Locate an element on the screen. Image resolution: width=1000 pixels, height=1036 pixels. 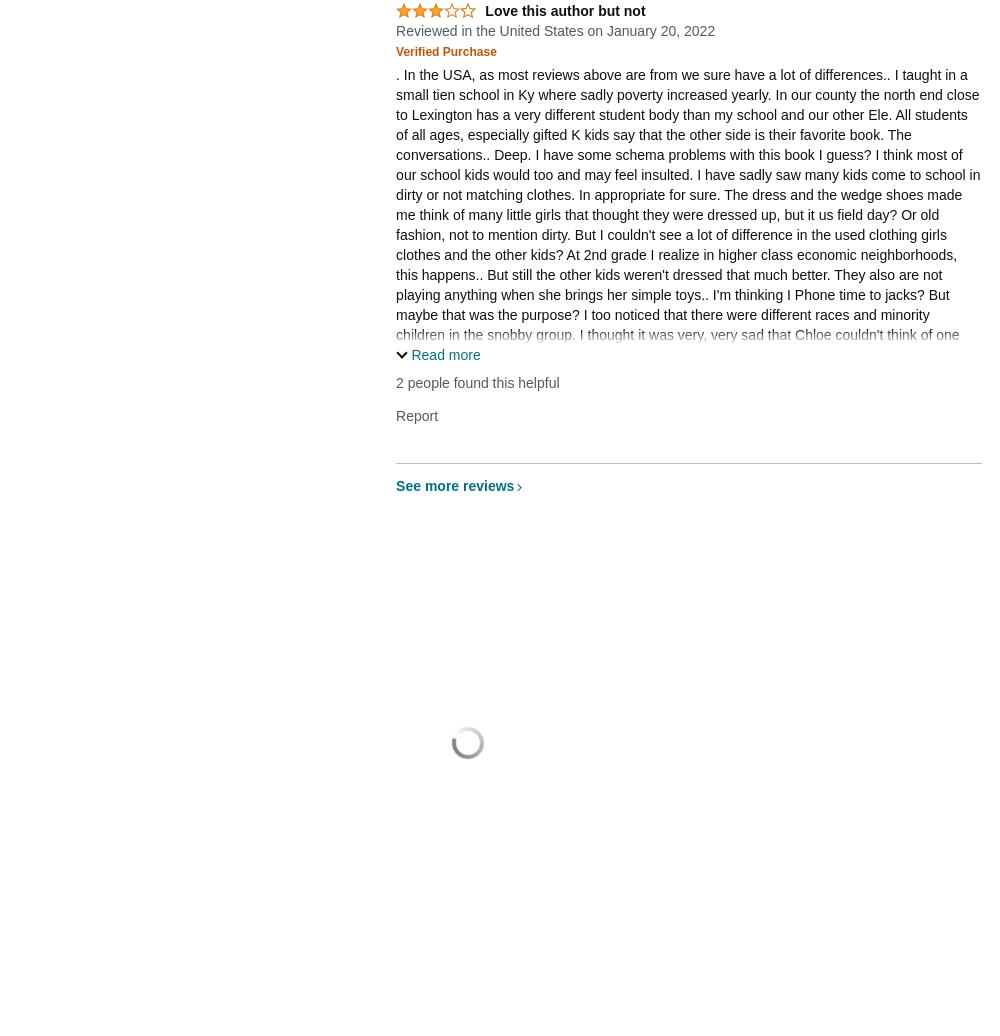
'View or edit your browsing history' is located at coordinates (862, 1008).